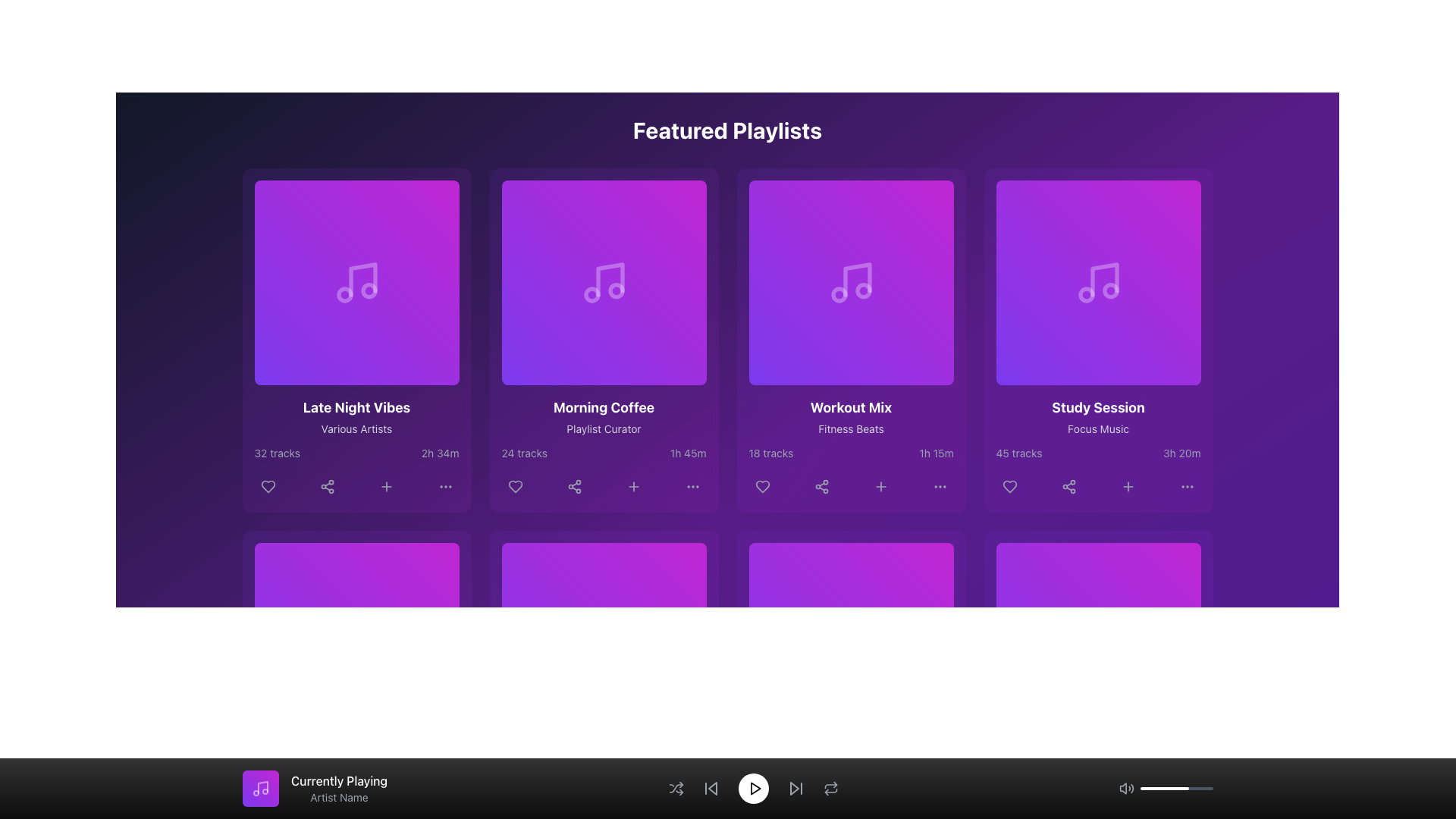  Describe the element at coordinates (1166, 788) in the screenshot. I see `the volume level` at that location.